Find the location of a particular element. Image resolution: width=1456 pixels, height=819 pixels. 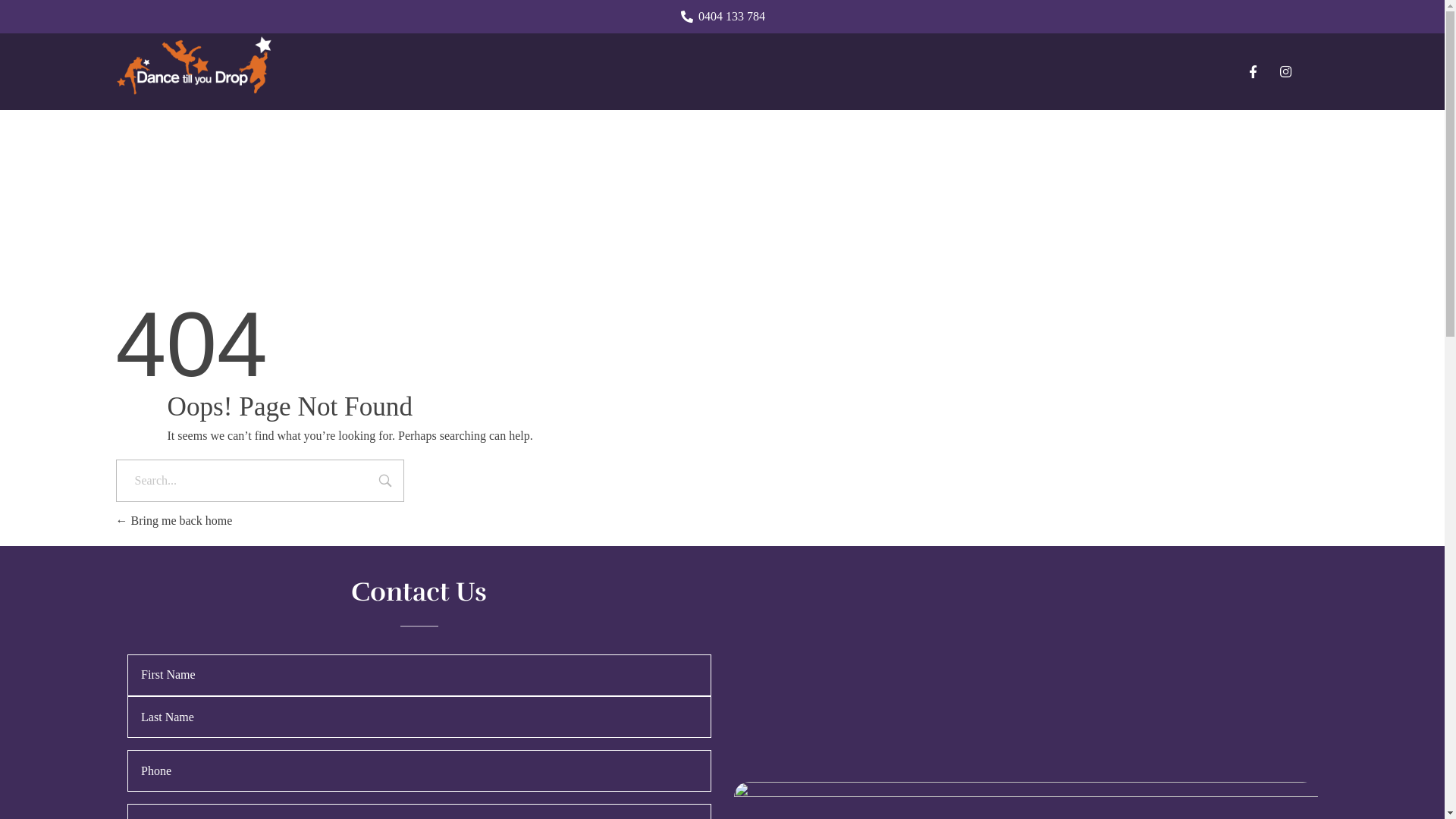

'Dance Till You Drop' is located at coordinates (192, 69).